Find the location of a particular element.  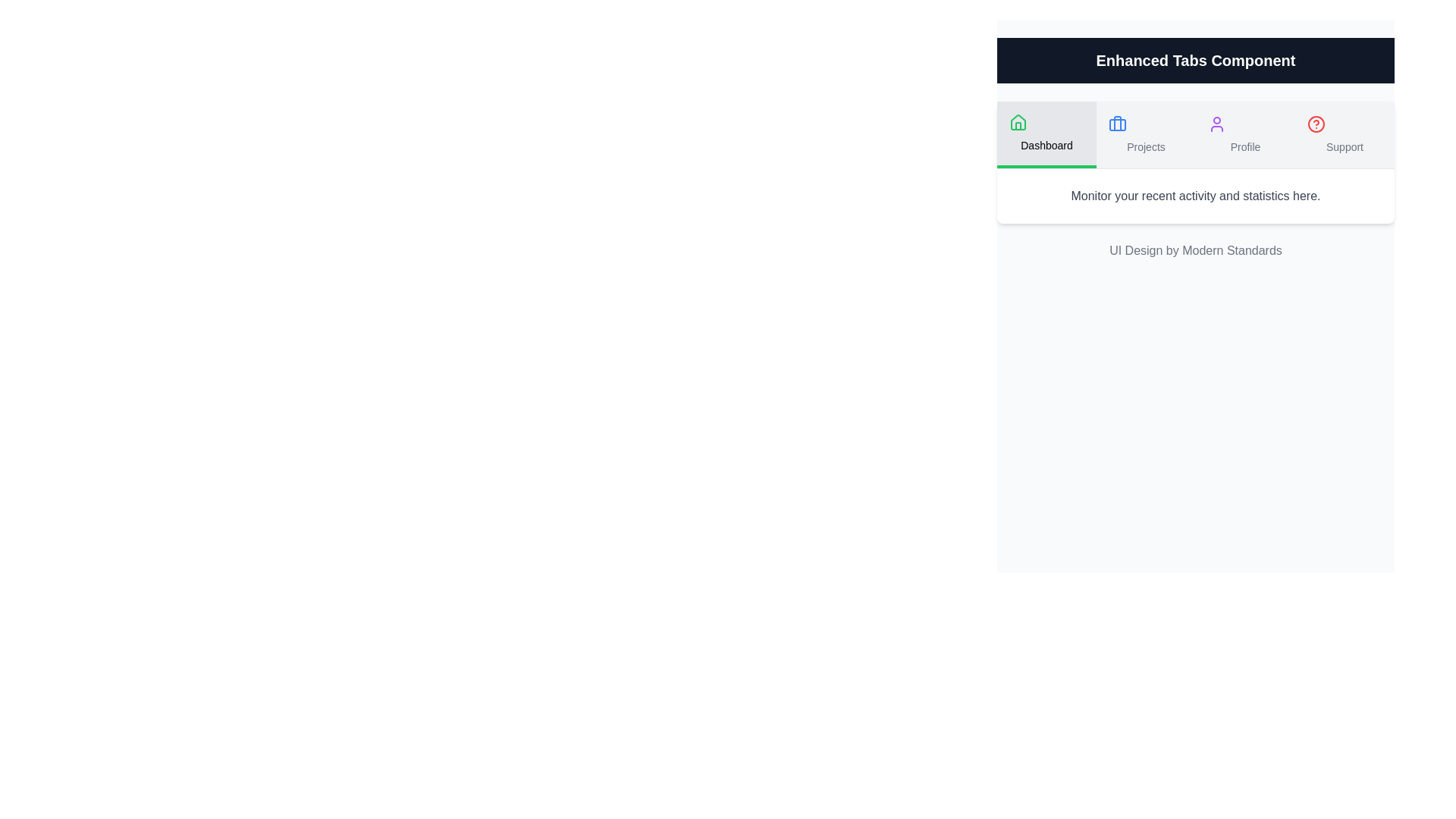

the 'Dashboard' tab icon located on the leftmost position below the 'Enhanced Tabs Component' header is located at coordinates (1018, 121).